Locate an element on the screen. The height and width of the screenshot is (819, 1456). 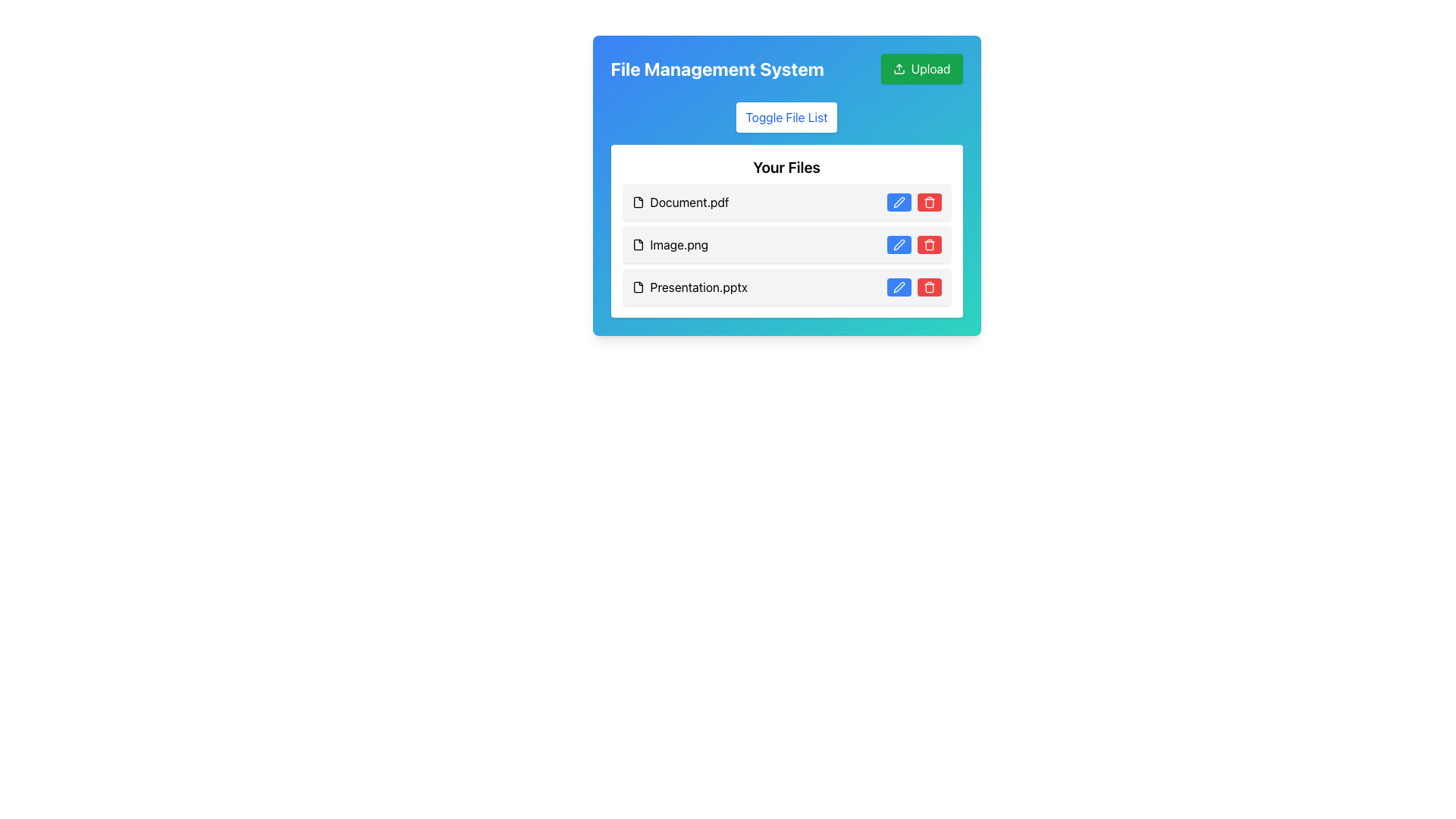
the edit icon button located to the right of the 'Presentation.pptx' row in the file list to initiate file edit mode is located at coordinates (899, 287).